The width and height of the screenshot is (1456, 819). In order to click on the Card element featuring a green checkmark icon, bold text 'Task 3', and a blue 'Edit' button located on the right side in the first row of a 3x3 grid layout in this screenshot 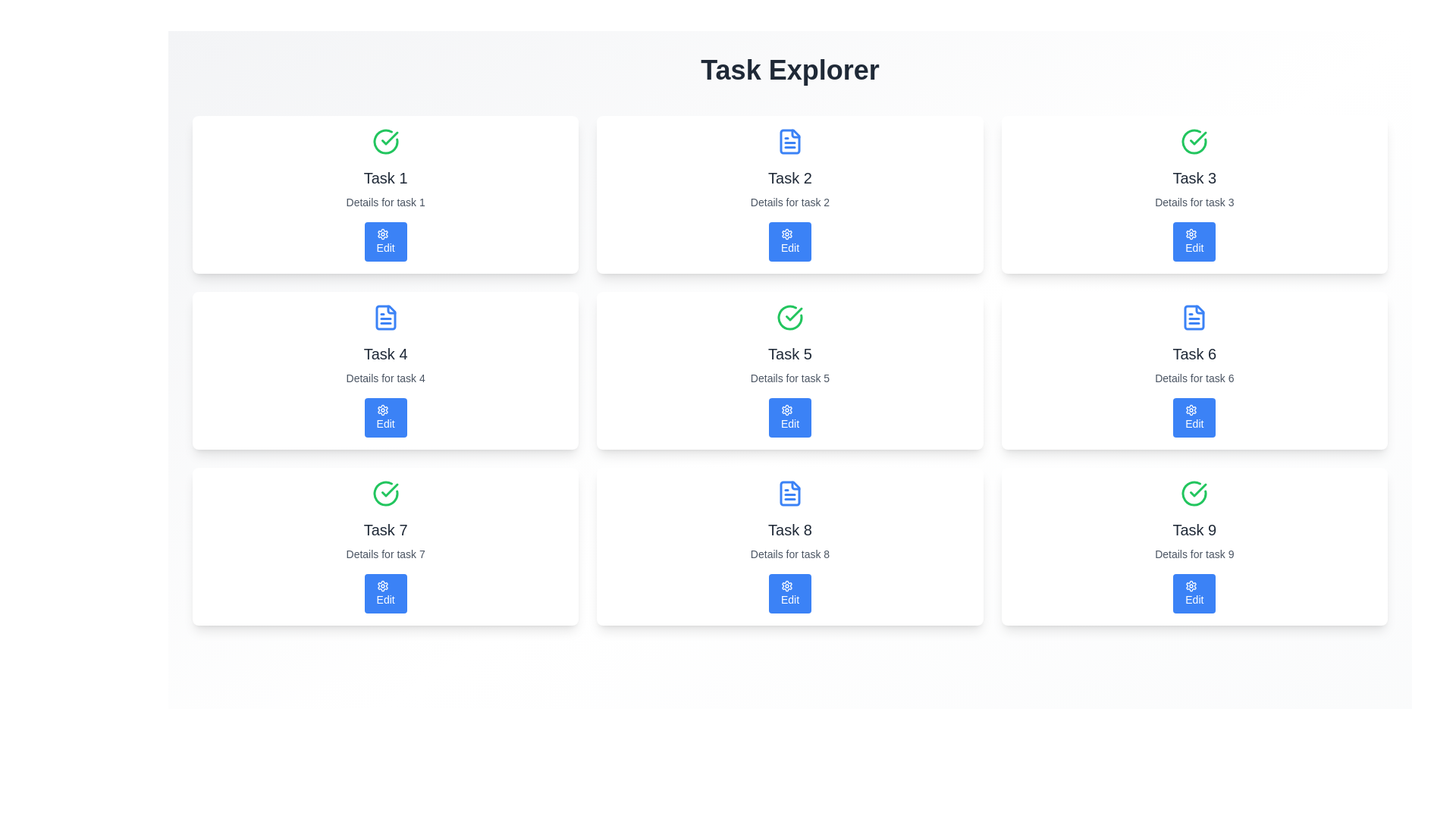, I will do `click(1194, 194)`.